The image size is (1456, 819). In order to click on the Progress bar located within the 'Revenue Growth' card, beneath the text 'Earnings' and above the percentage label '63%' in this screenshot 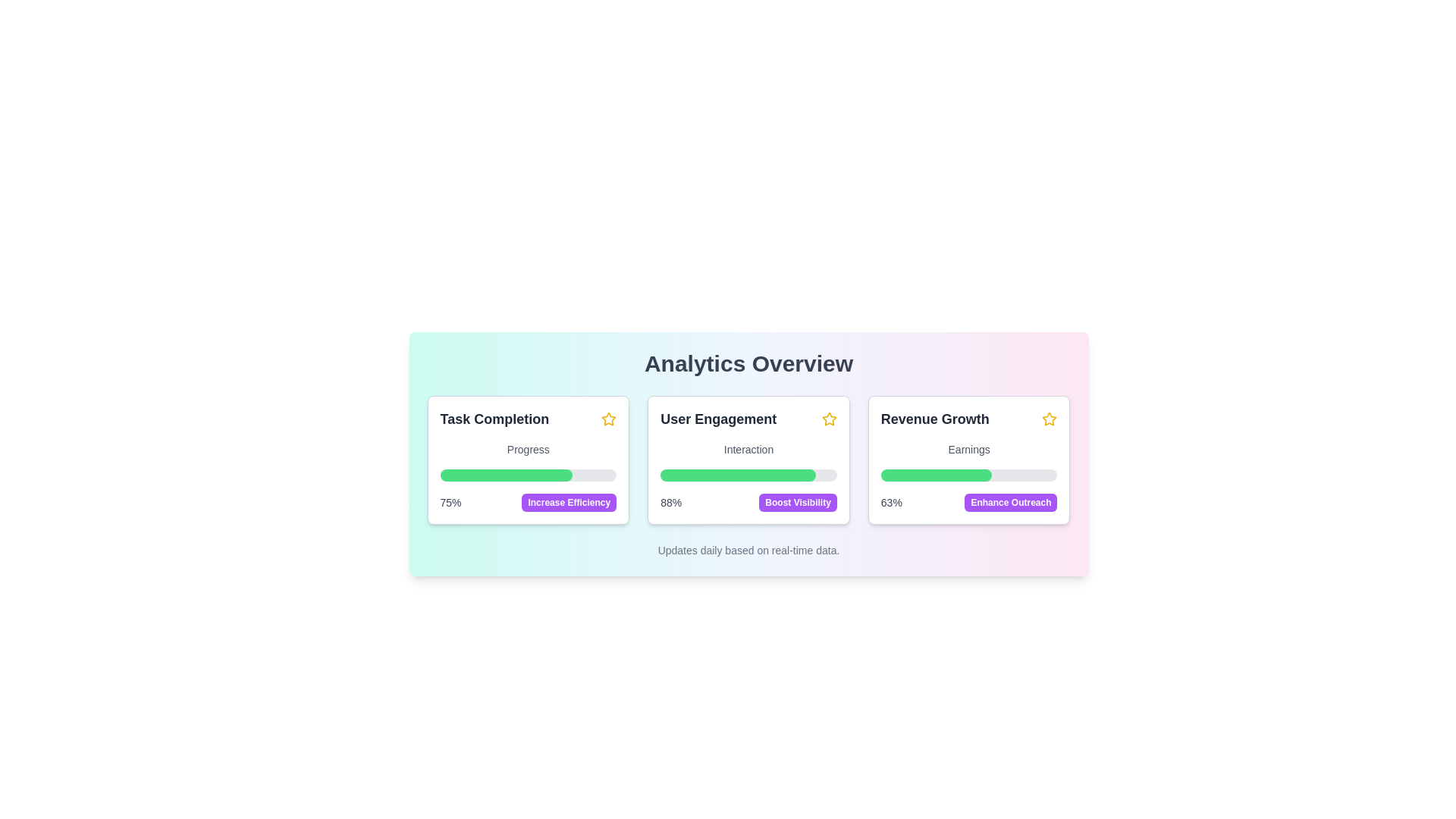, I will do `click(968, 475)`.